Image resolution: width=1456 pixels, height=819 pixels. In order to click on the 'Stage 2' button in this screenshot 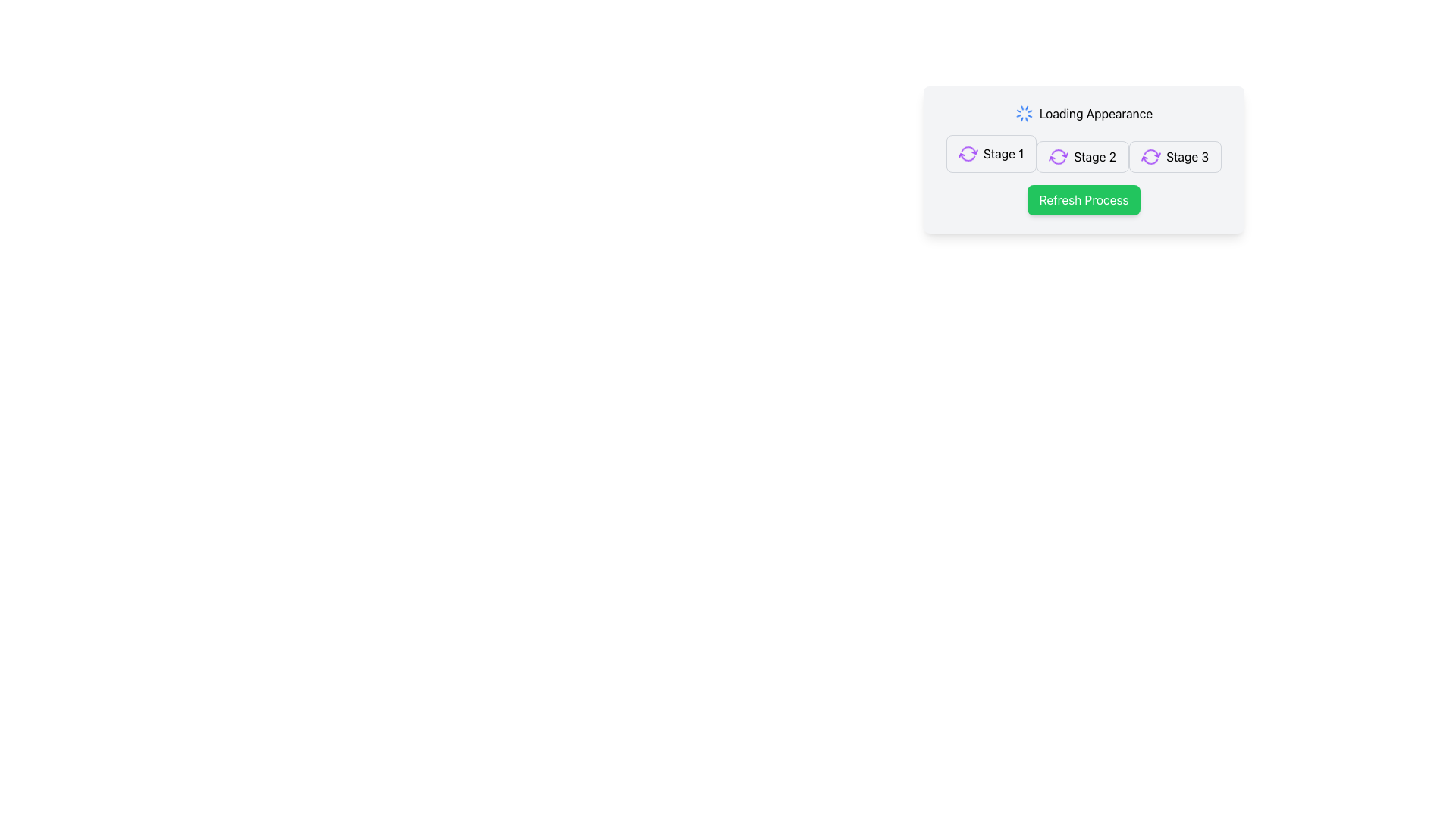, I will do `click(1082, 157)`.